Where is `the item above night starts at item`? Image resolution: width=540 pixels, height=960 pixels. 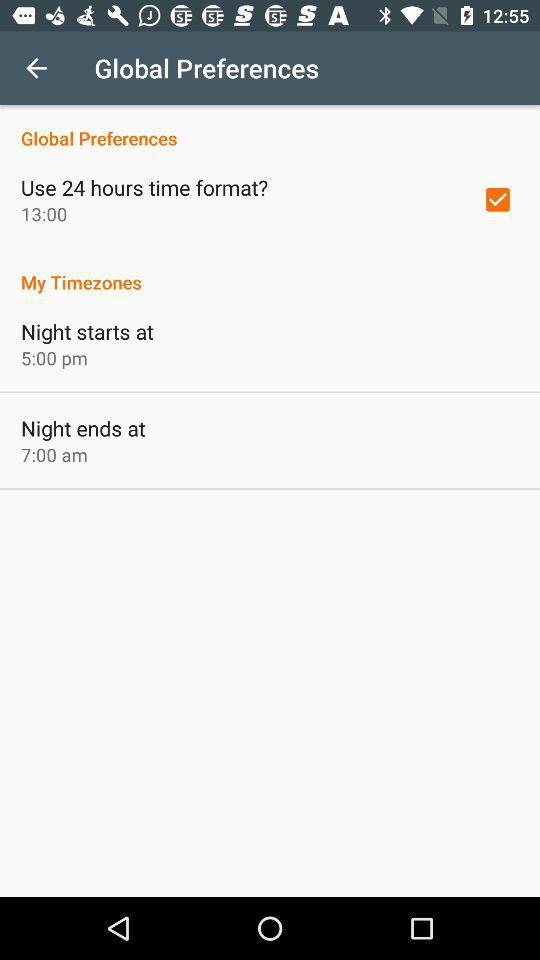
the item above night starts at item is located at coordinates (270, 270).